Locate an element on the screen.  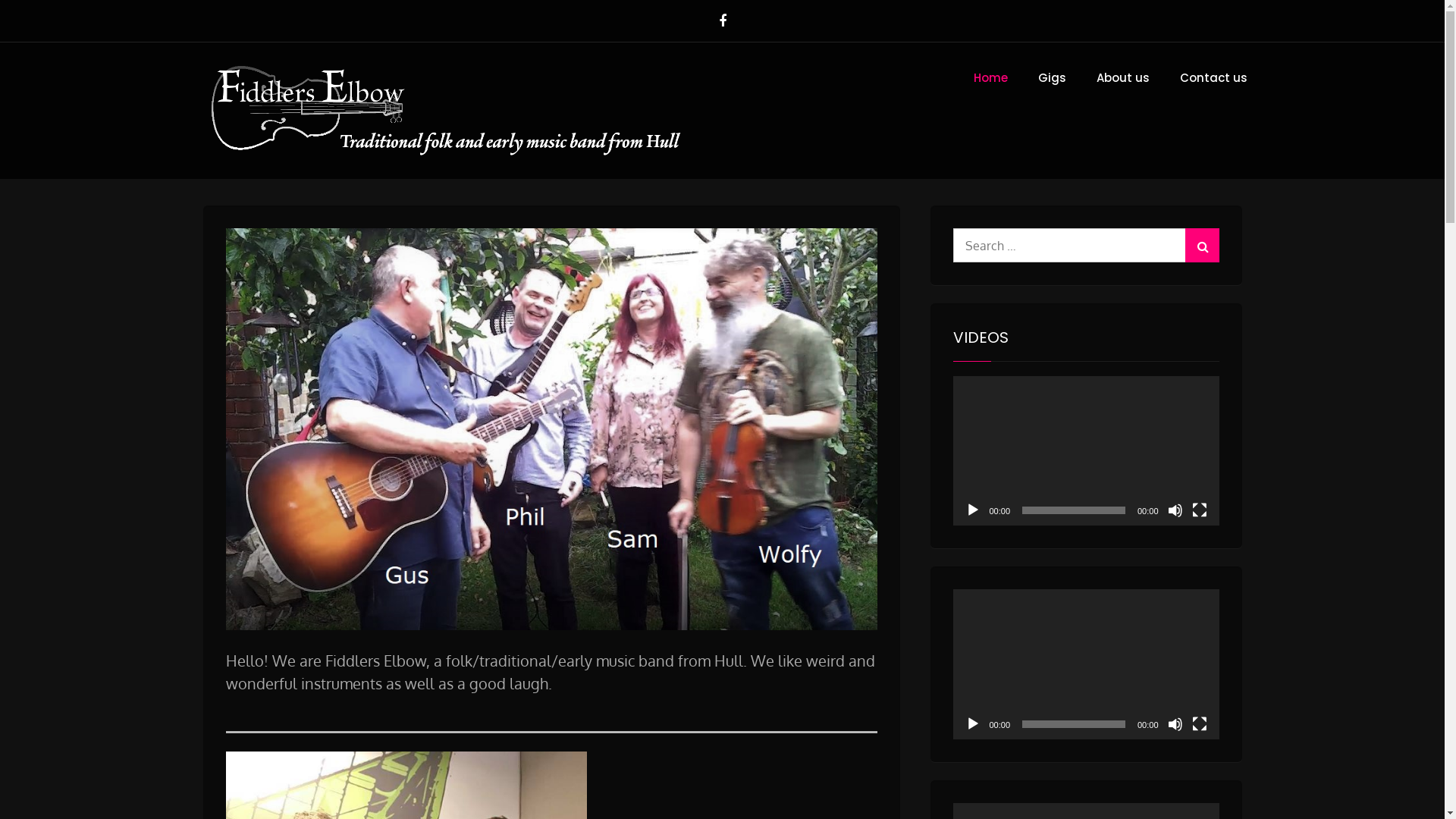
'Gigs' is located at coordinates (1050, 78).